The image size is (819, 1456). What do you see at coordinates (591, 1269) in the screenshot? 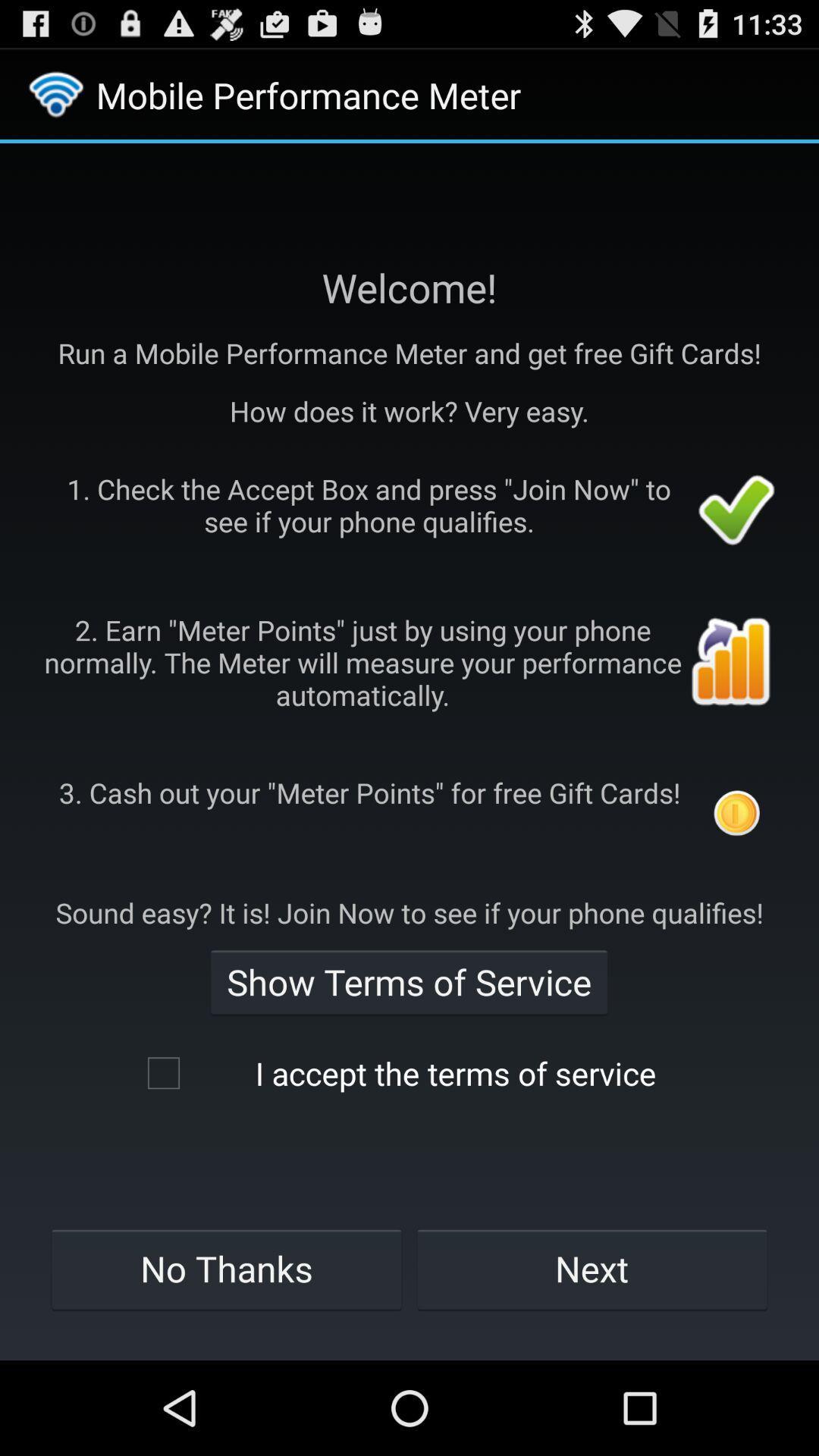
I see `icon to the right of no thanks item` at bounding box center [591, 1269].